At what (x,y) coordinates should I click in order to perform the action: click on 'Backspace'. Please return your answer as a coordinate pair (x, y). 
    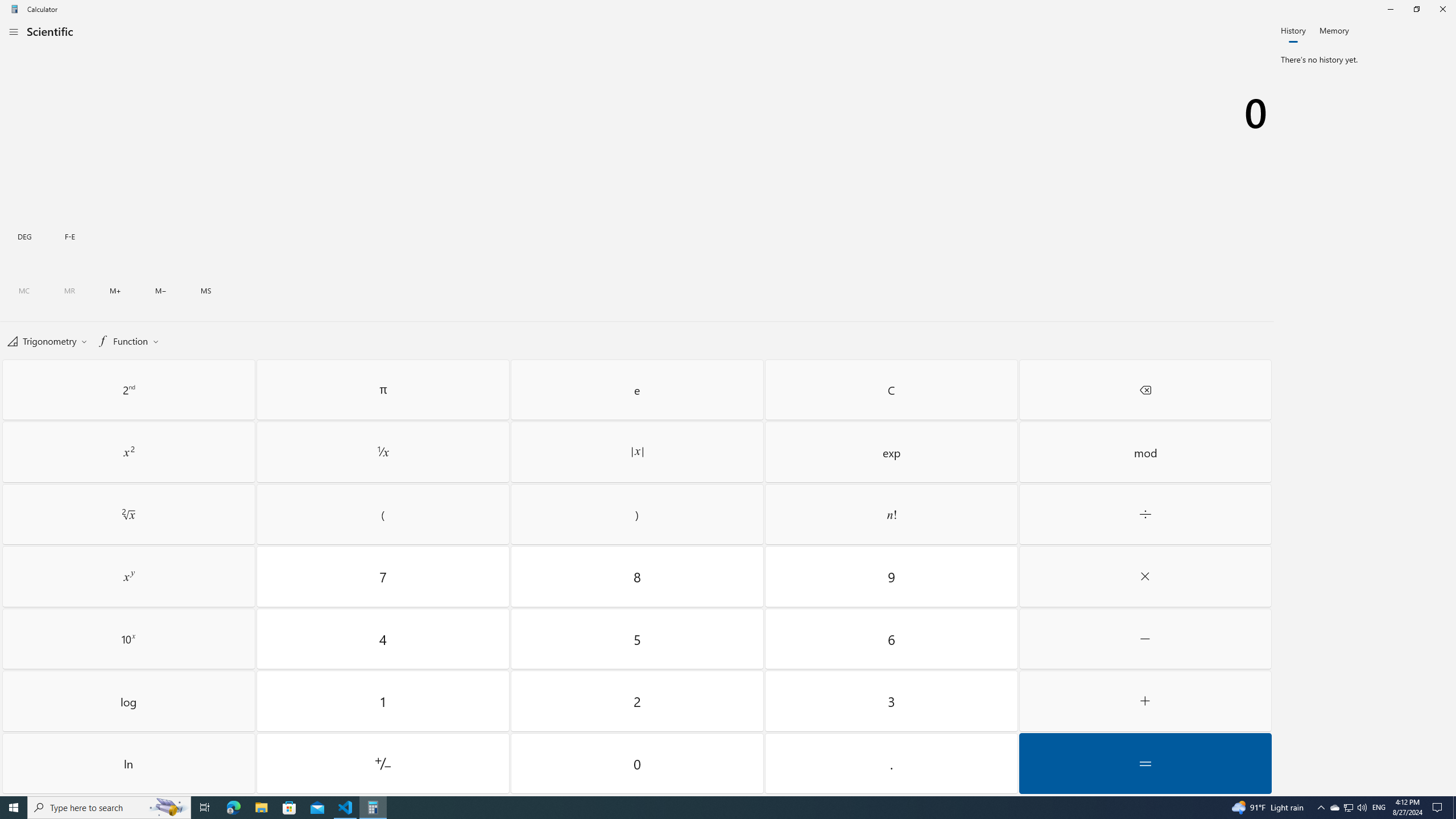
    Looking at the image, I should click on (1145, 390).